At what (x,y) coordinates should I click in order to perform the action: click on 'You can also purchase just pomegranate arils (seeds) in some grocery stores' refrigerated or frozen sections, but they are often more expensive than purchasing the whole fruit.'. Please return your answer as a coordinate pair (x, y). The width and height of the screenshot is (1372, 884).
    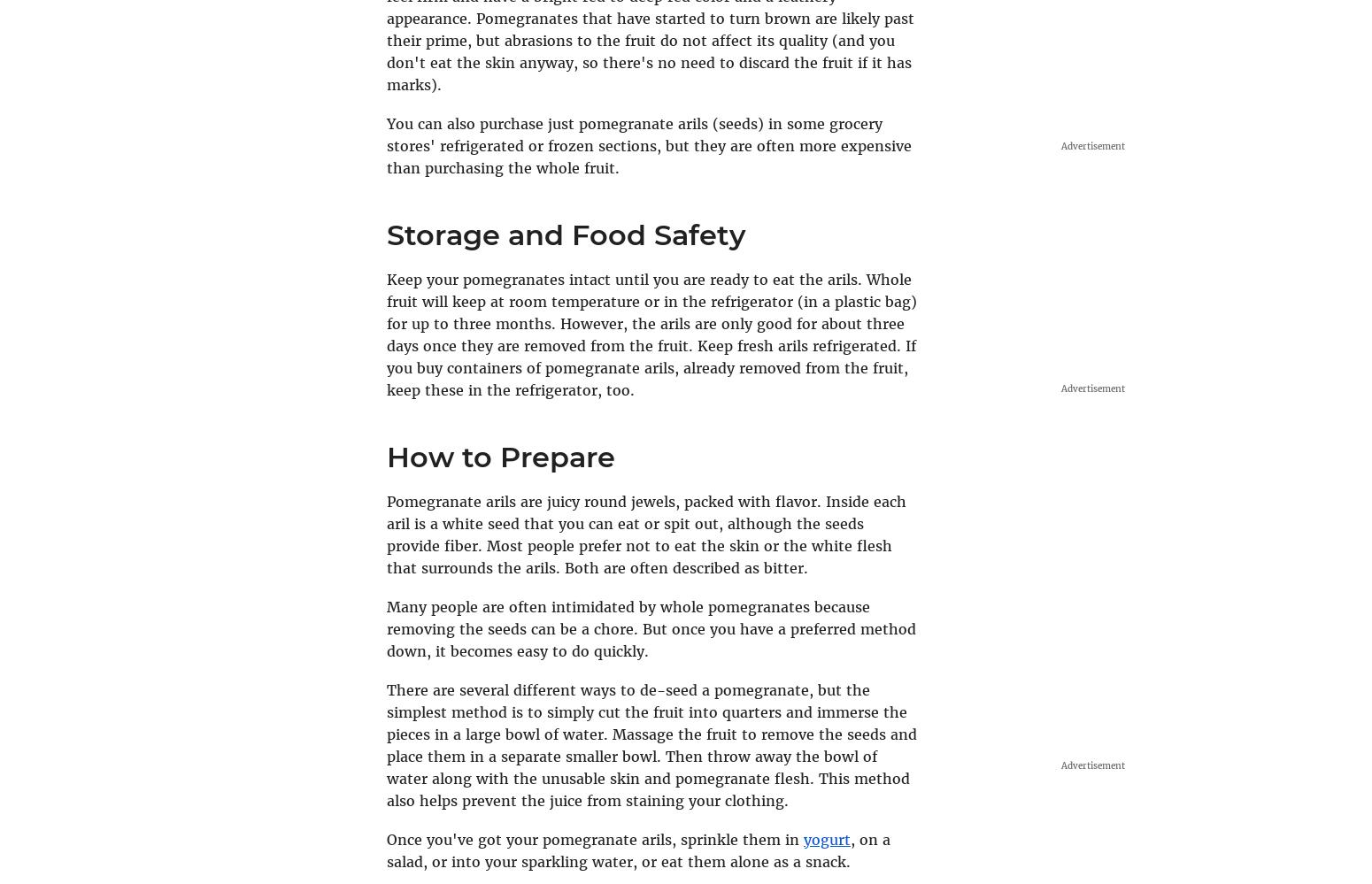
    Looking at the image, I should click on (649, 145).